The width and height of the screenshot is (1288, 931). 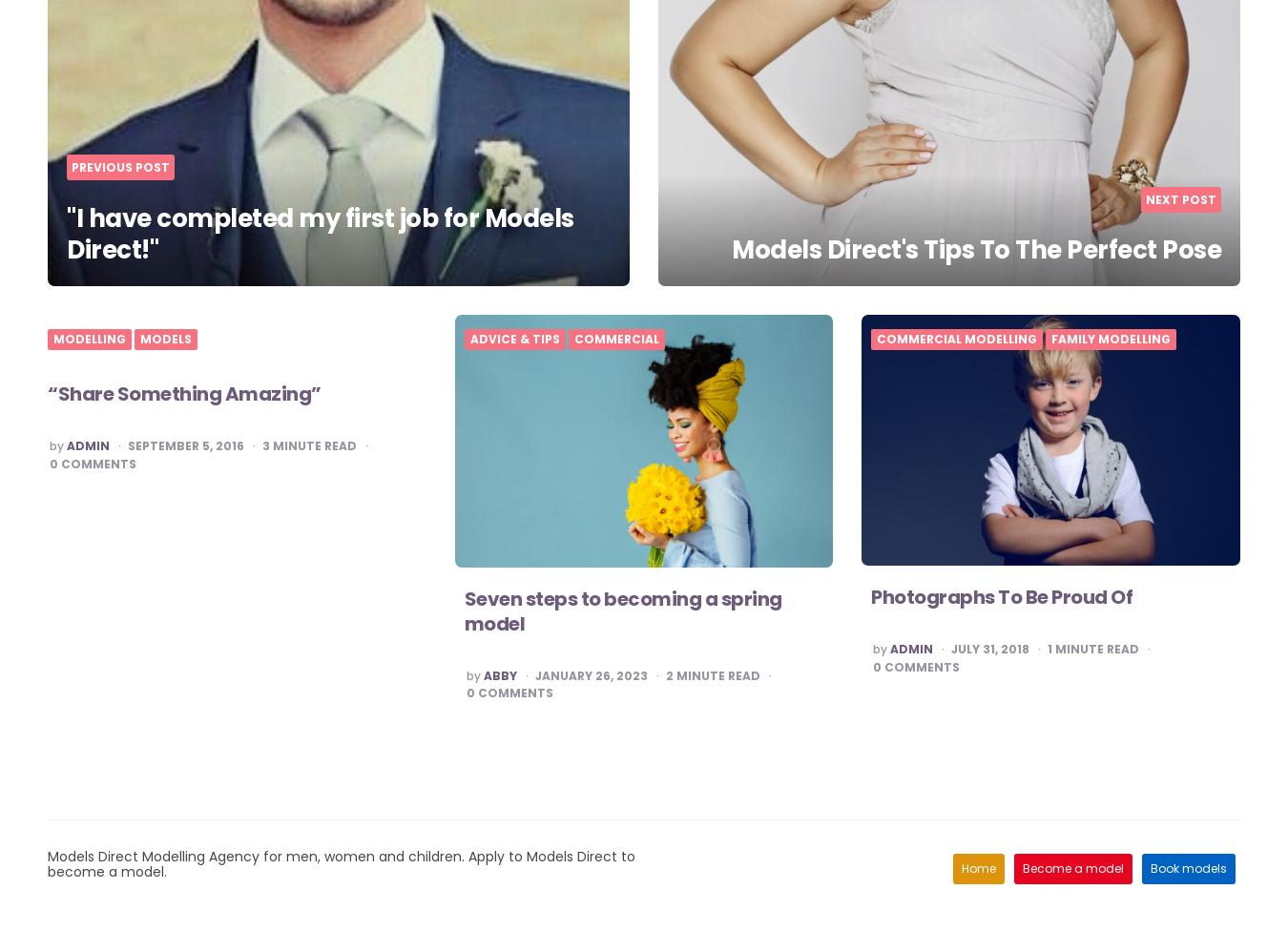 I want to click on 'Models Direct's Tips To The Perfect Pose', so click(x=730, y=249).